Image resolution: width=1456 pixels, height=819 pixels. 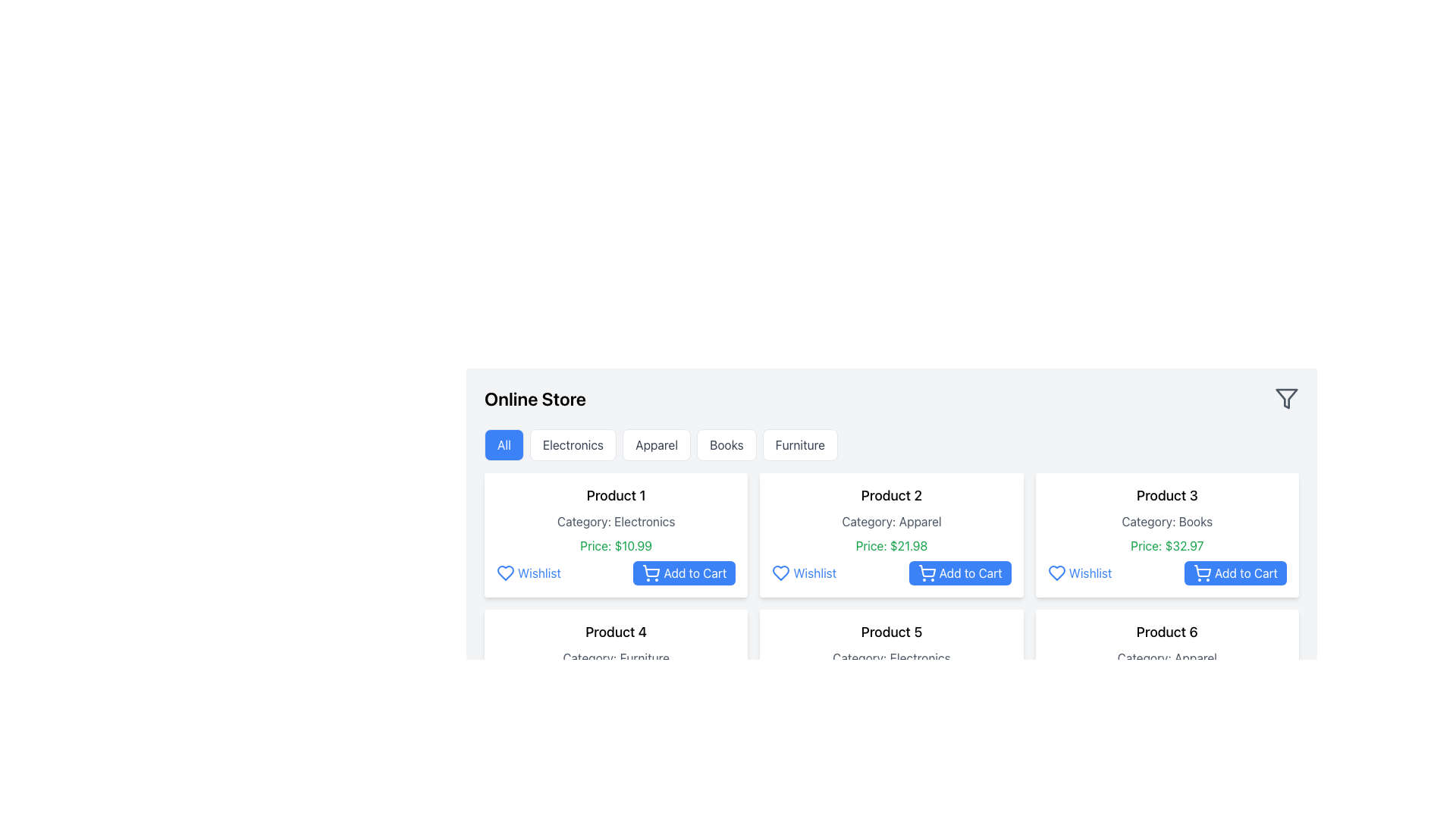 What do you see at coordinates (726, 444) in the screenshot?
I see `the button labeled 'Books', which is the fourth button in a horizontal list located in the top-center area of the 'Online Store' section` at bounding box center [726, 444].